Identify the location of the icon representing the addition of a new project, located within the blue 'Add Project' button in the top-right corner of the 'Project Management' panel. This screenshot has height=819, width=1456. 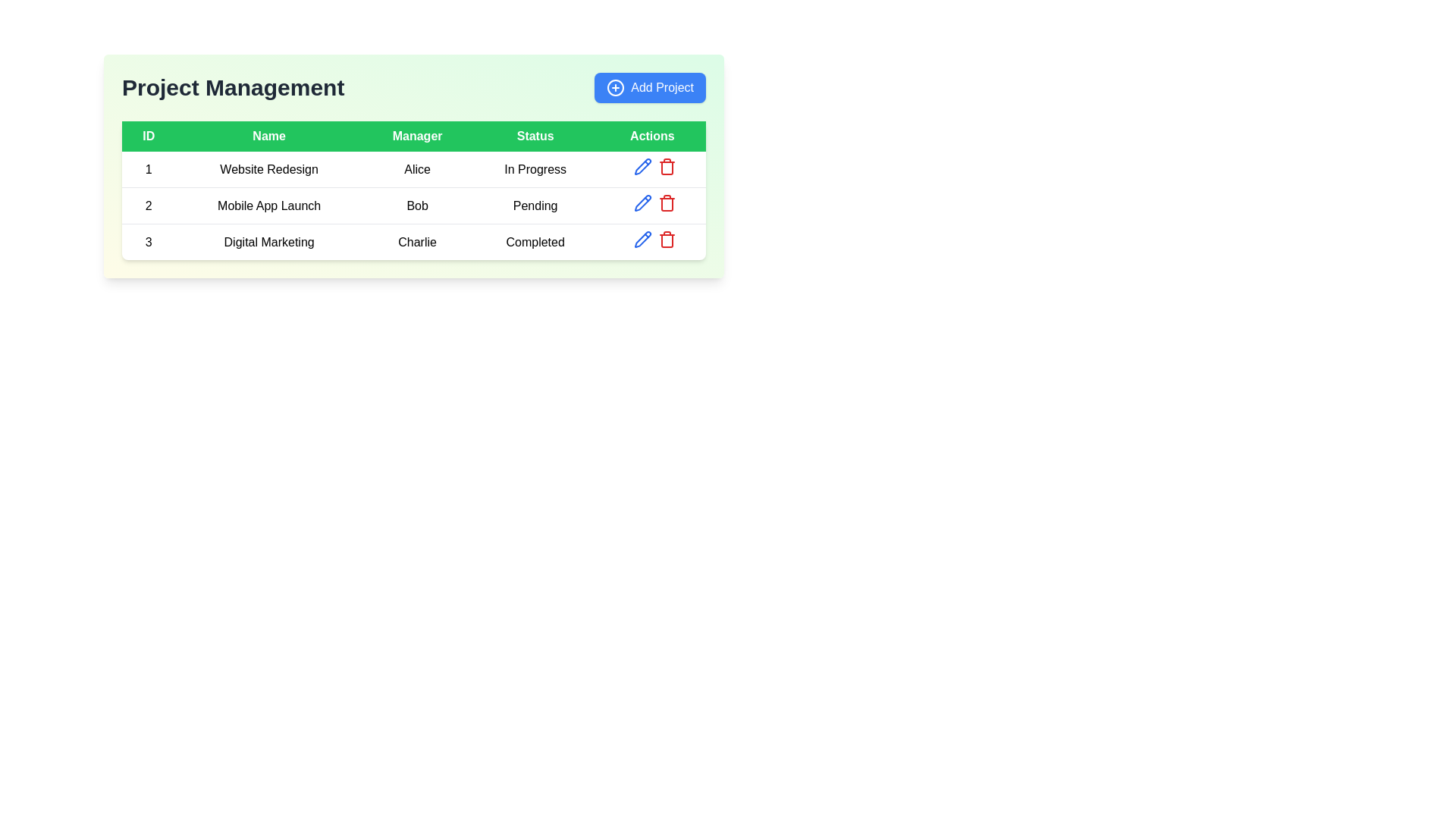
(616, 87).